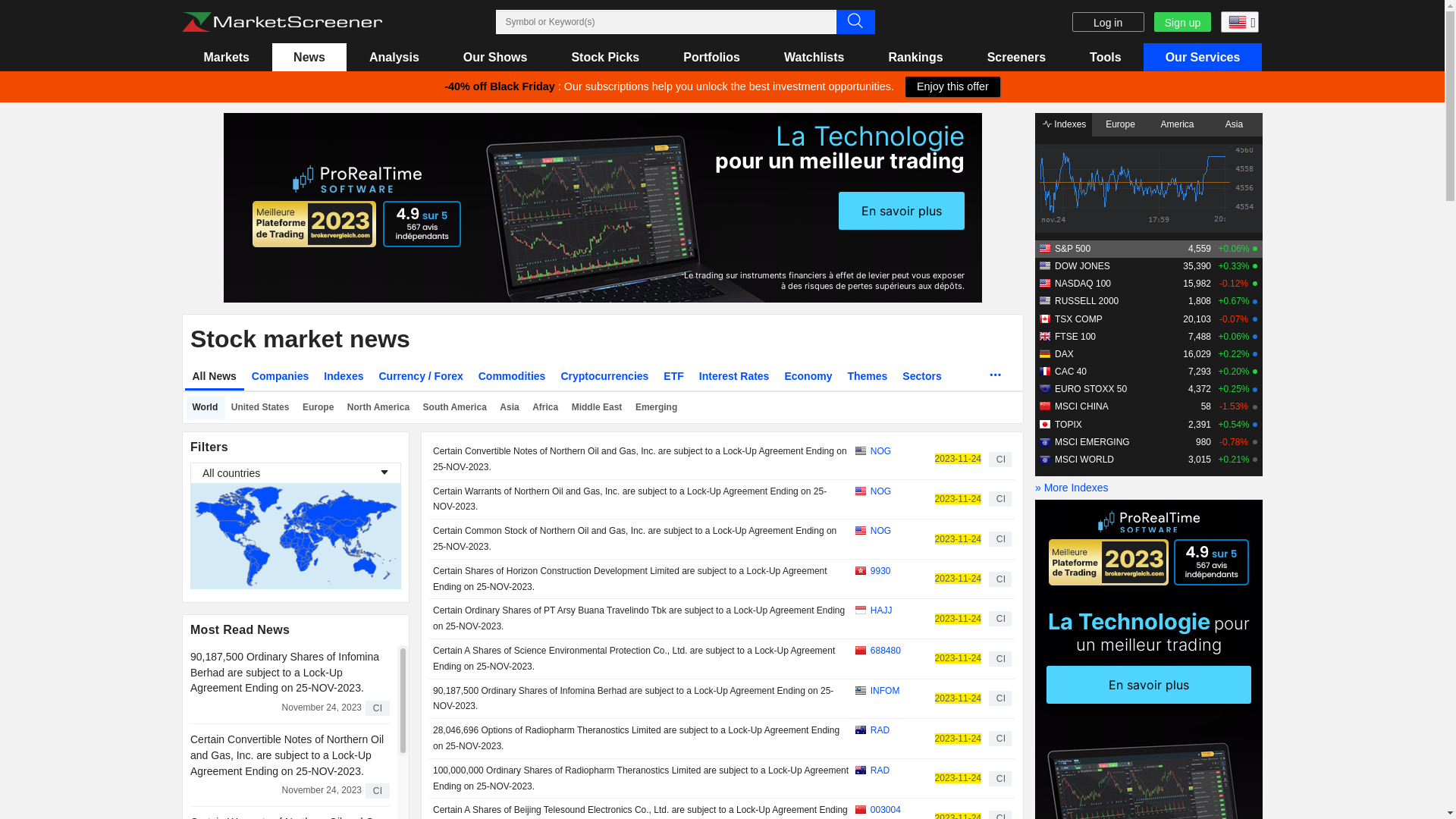 The image size is (1456, 819). I want to click on 'Cryptocurrencies', so click(603, 375).